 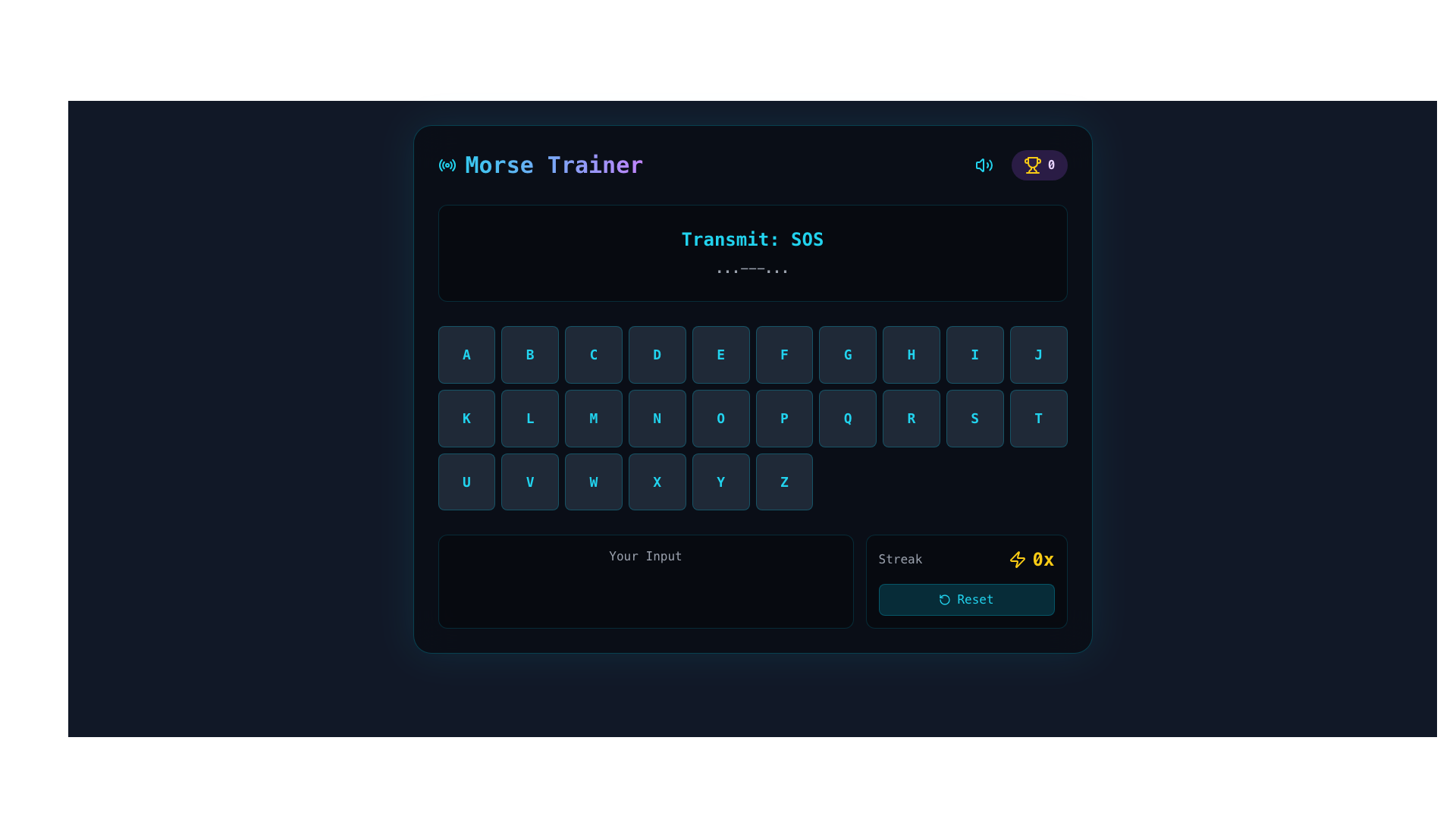 I want to click on the 'E' key in the virtual keyboard to input the letter 'E', so click(x=720, y=354).